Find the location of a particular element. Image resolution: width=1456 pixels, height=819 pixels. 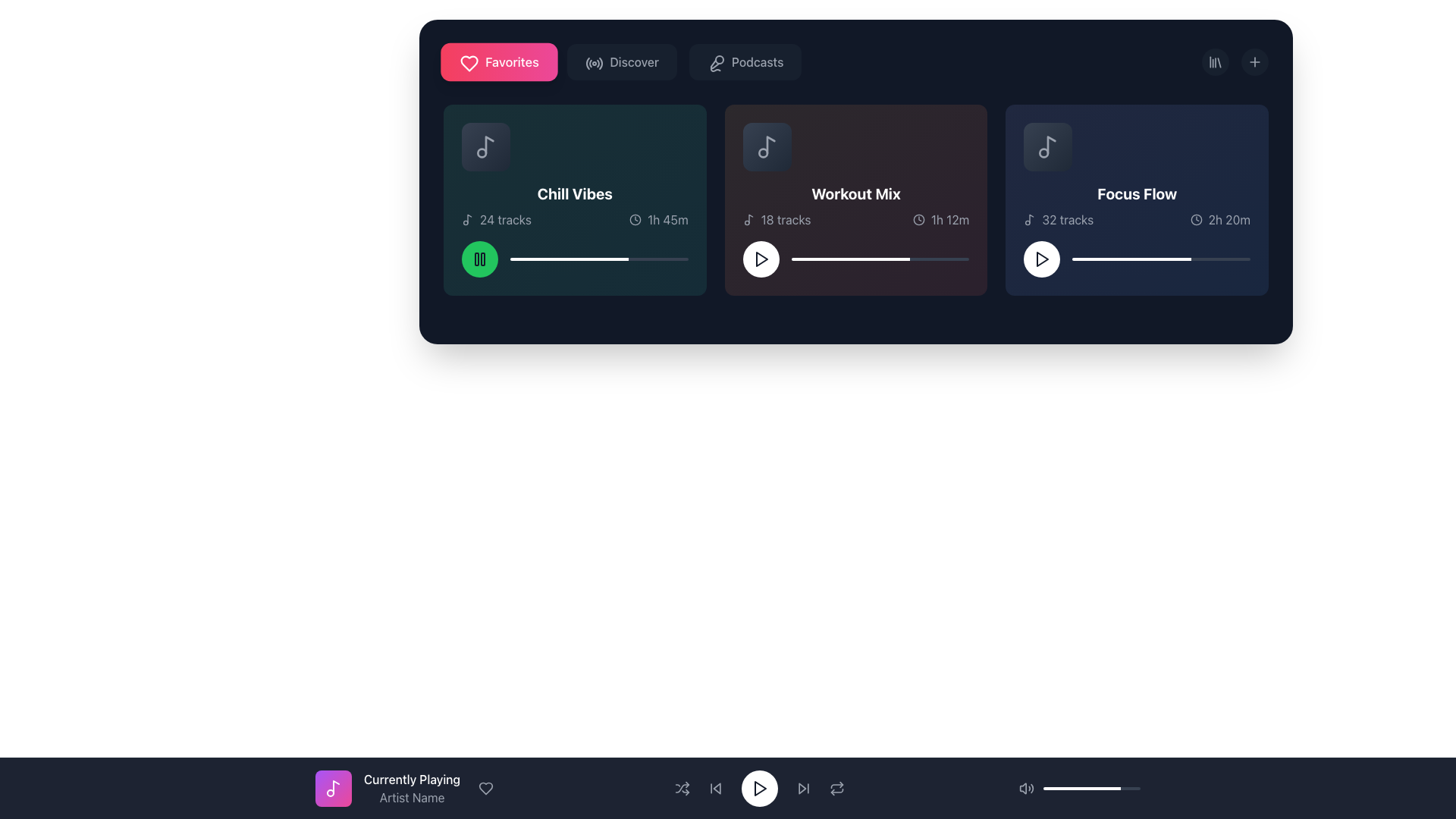

the slider is located at coordinates (607, 259).